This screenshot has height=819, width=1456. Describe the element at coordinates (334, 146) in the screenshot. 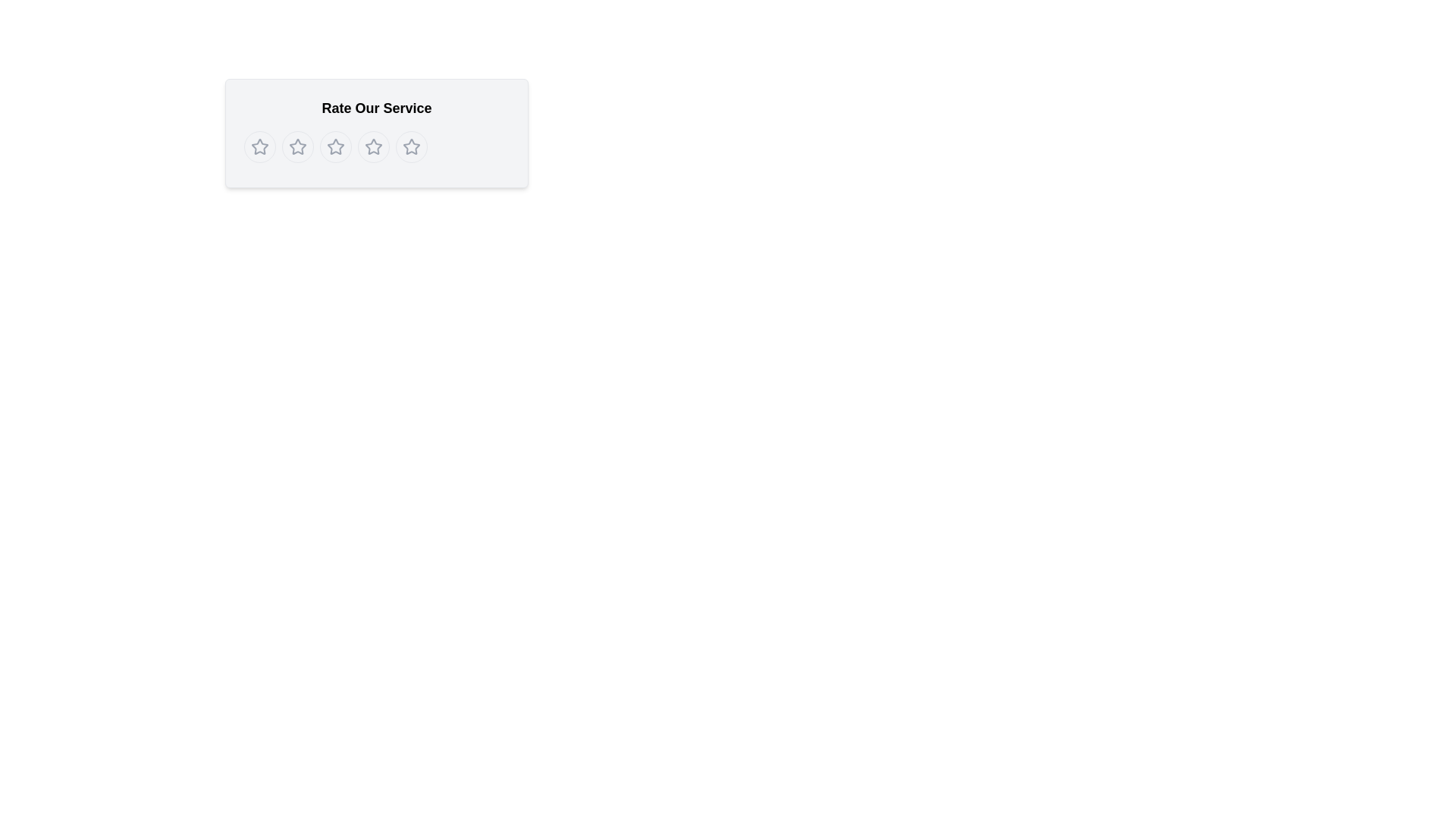

I see `the third star icon in the rating system` at that location.